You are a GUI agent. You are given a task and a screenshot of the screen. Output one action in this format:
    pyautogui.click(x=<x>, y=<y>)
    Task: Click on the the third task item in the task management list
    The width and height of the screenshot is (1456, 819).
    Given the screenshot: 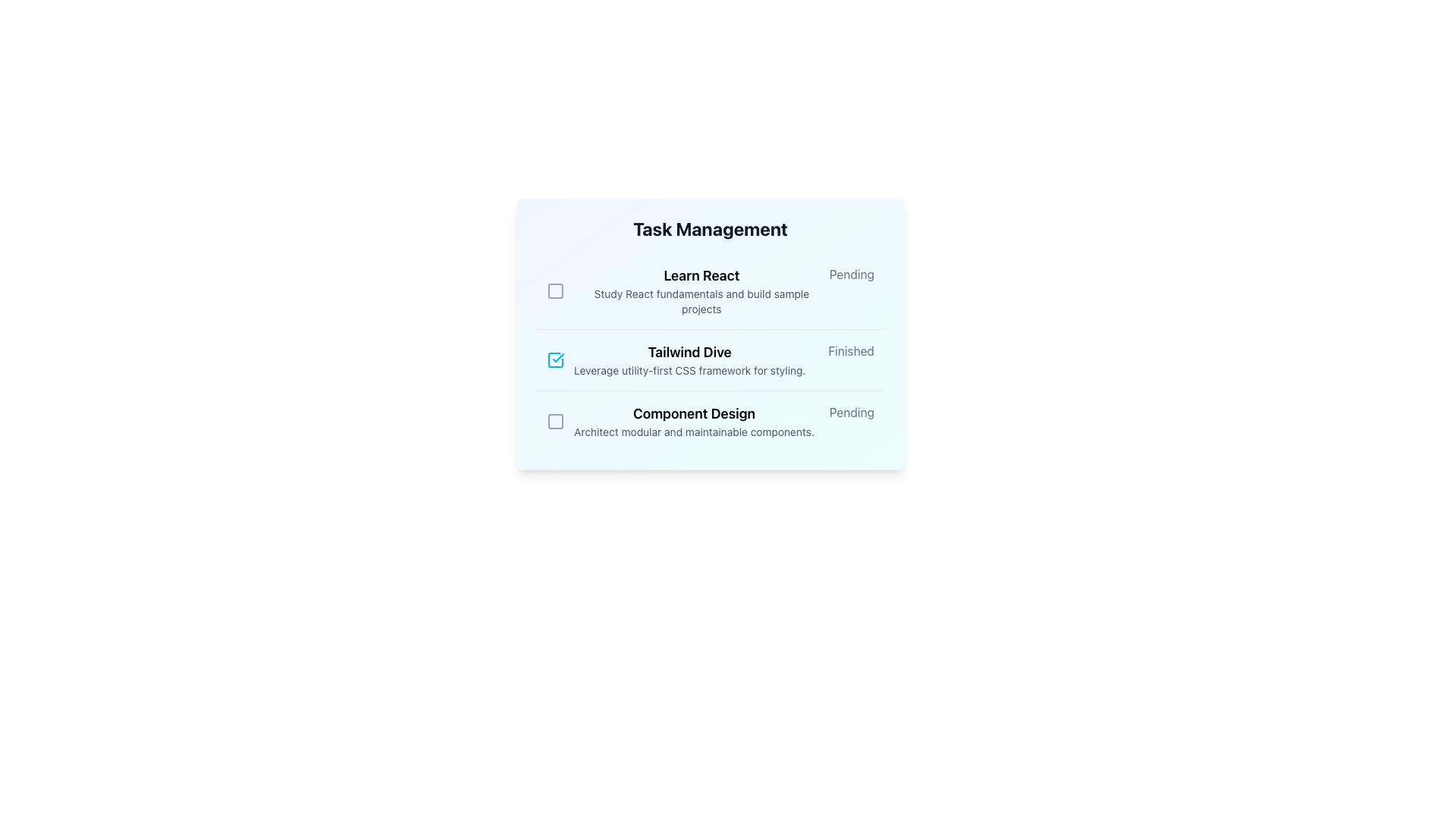 What is the action you would take?
    pyautogui.click(x=709, y=421)
    